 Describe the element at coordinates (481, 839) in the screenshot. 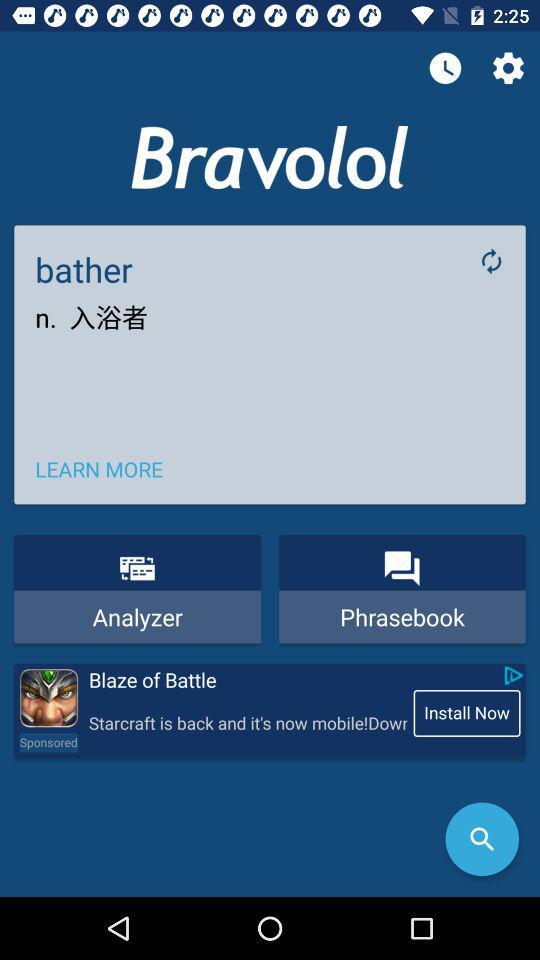

I see `search` at that location.